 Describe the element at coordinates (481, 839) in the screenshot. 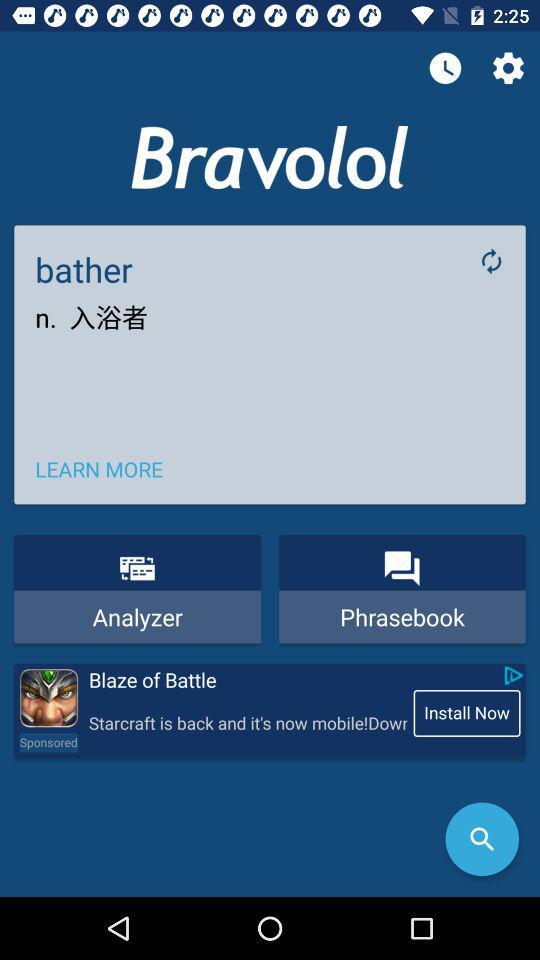

I see `search` at that location.